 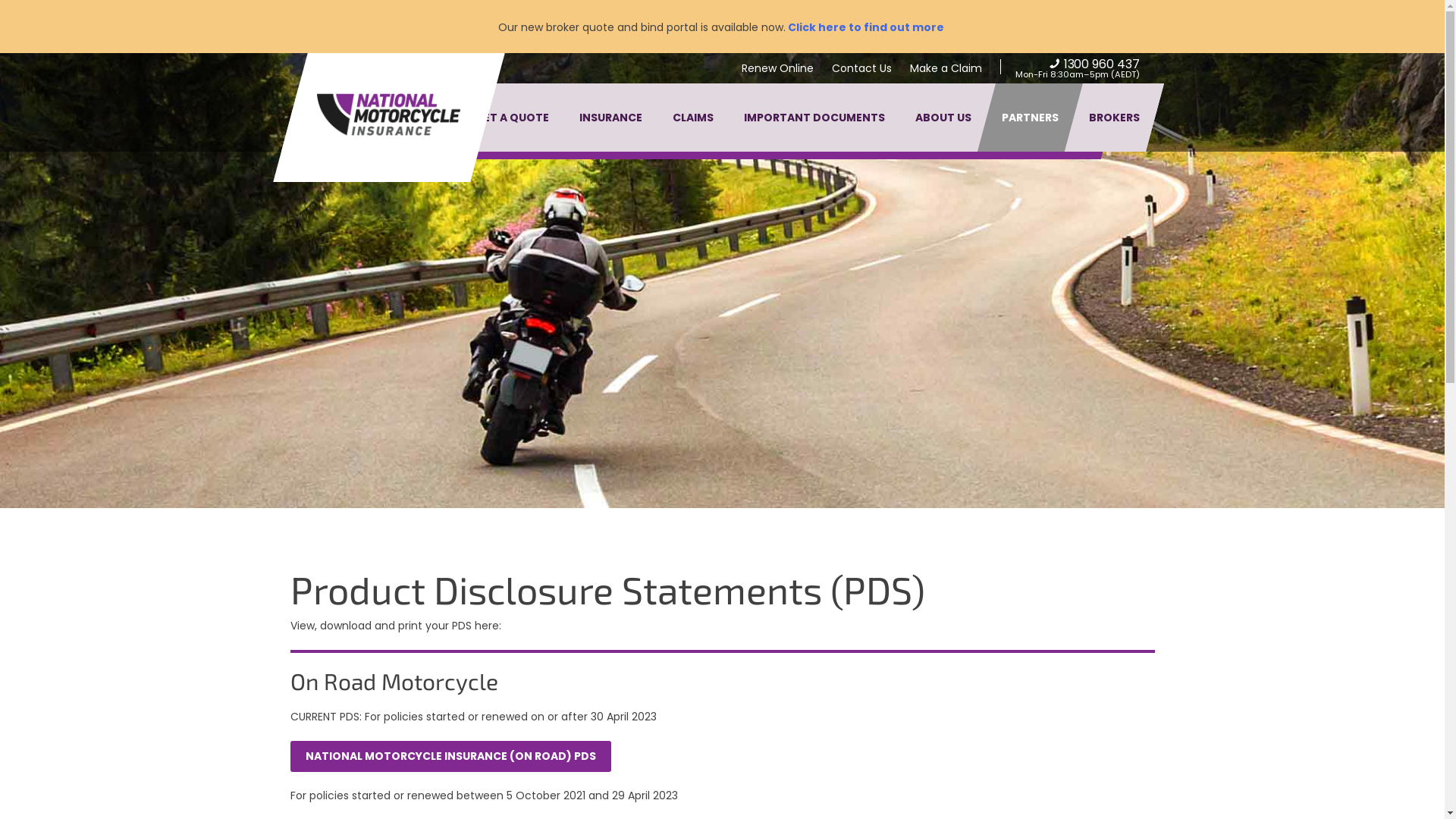 What do you see at coordinates (813, 116) in the screenshot?
I see `'IMPORTANT DOCUMENTS'` at bounding box center [813, 116].